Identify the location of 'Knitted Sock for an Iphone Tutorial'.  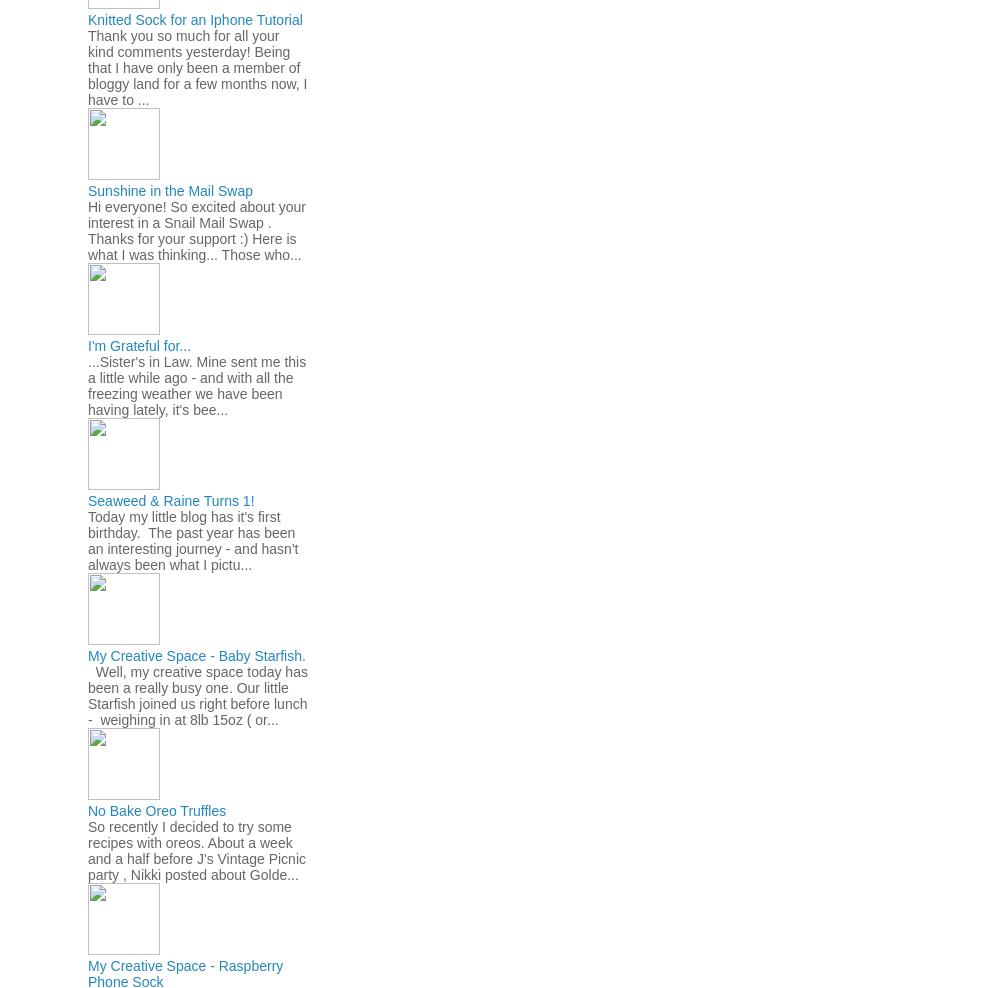
(87, 17).